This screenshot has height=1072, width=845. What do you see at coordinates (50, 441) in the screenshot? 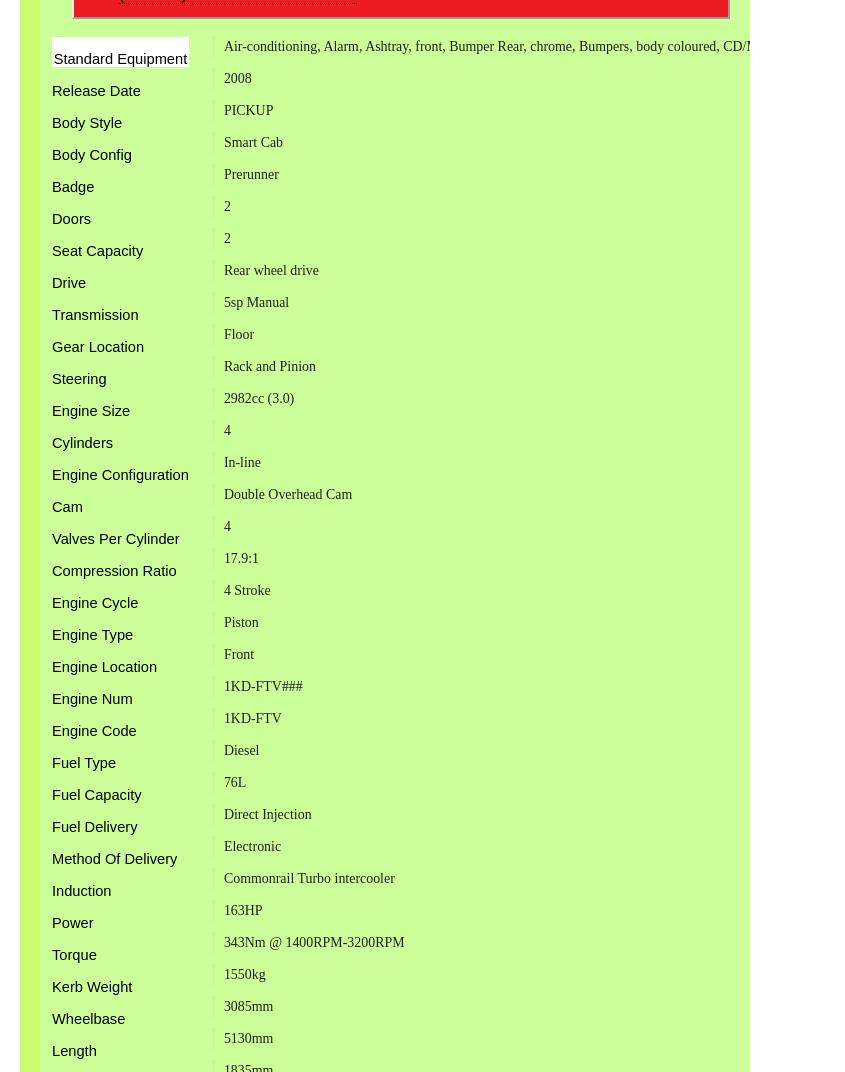
I see `'Cylinders'` at bounding box center [50, 441].